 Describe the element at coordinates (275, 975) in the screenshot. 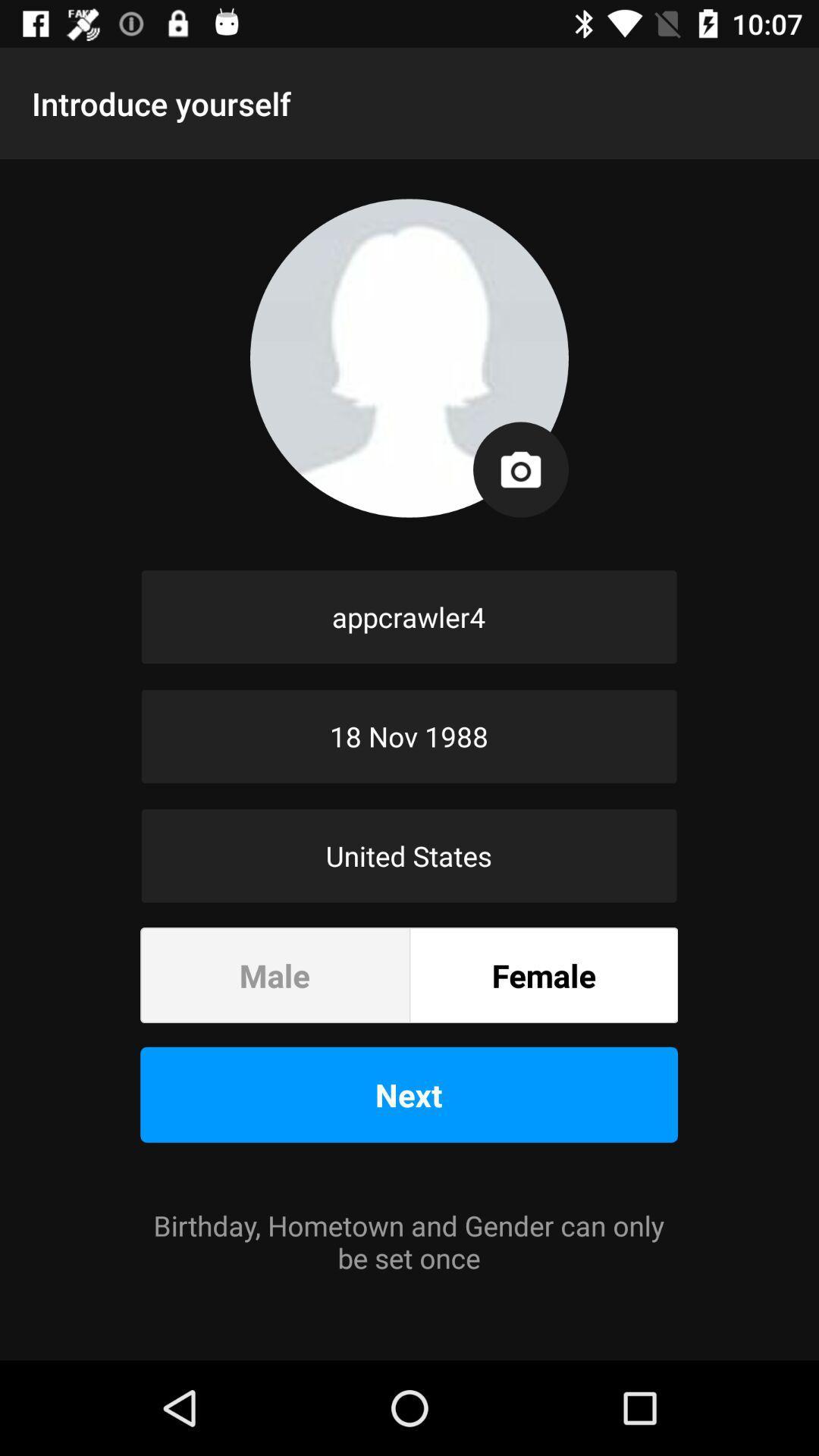

I see `icon next to the female` at that location.